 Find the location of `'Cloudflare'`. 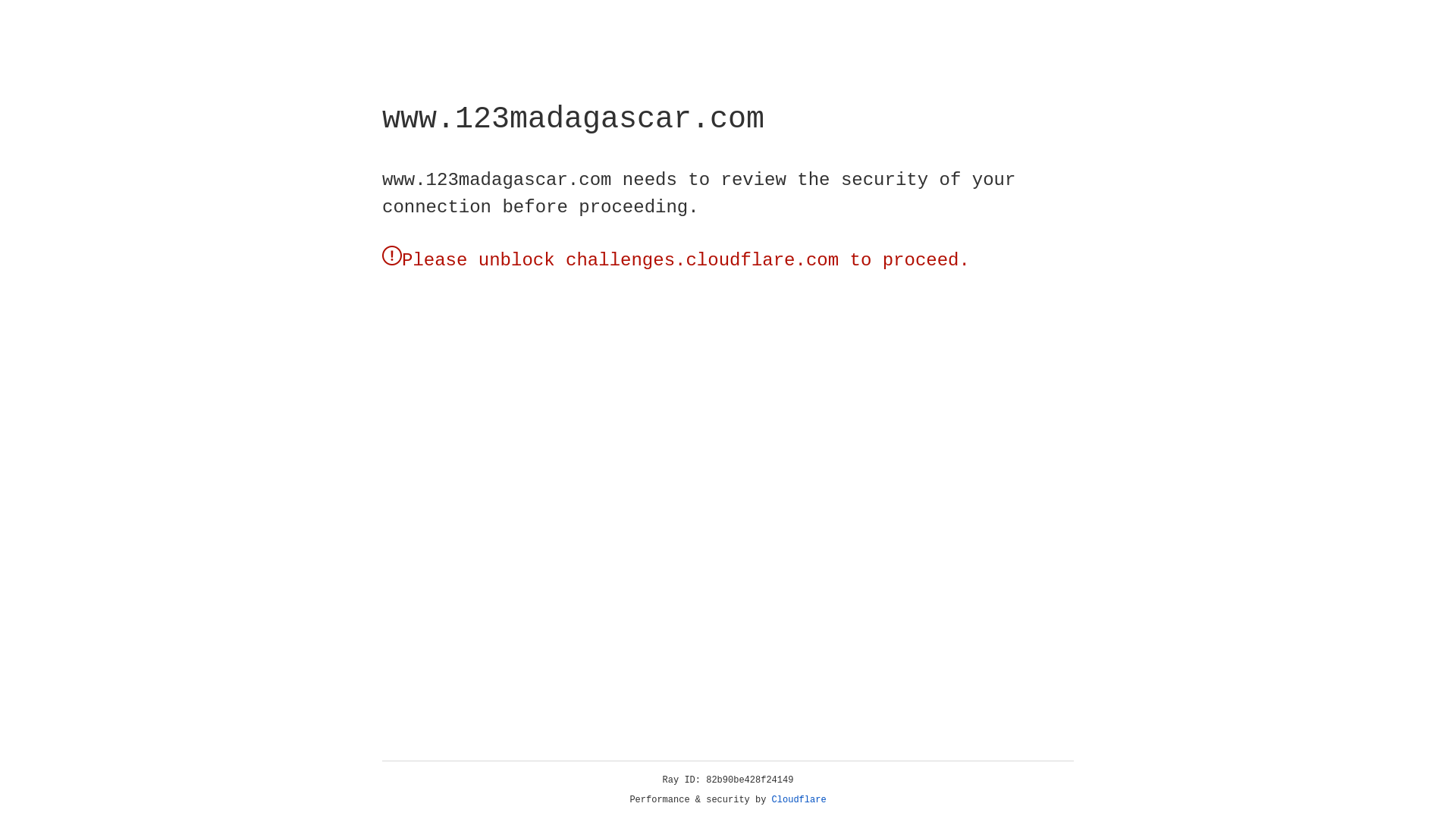

'Cloudflare' is located at coordinates (799, 799).